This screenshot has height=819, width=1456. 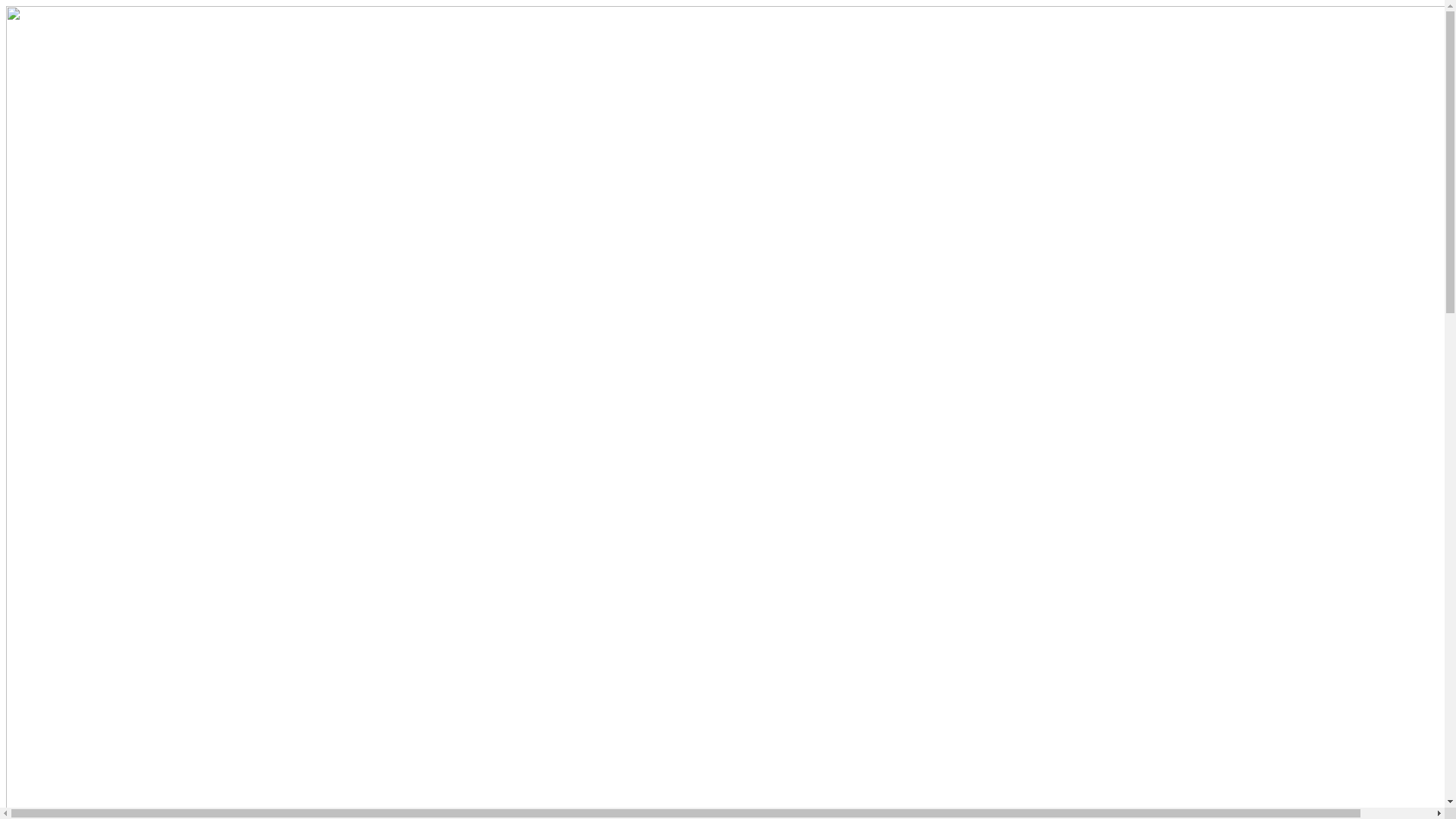 I want to click on 'Skip to content', so click(x=5, y=5).